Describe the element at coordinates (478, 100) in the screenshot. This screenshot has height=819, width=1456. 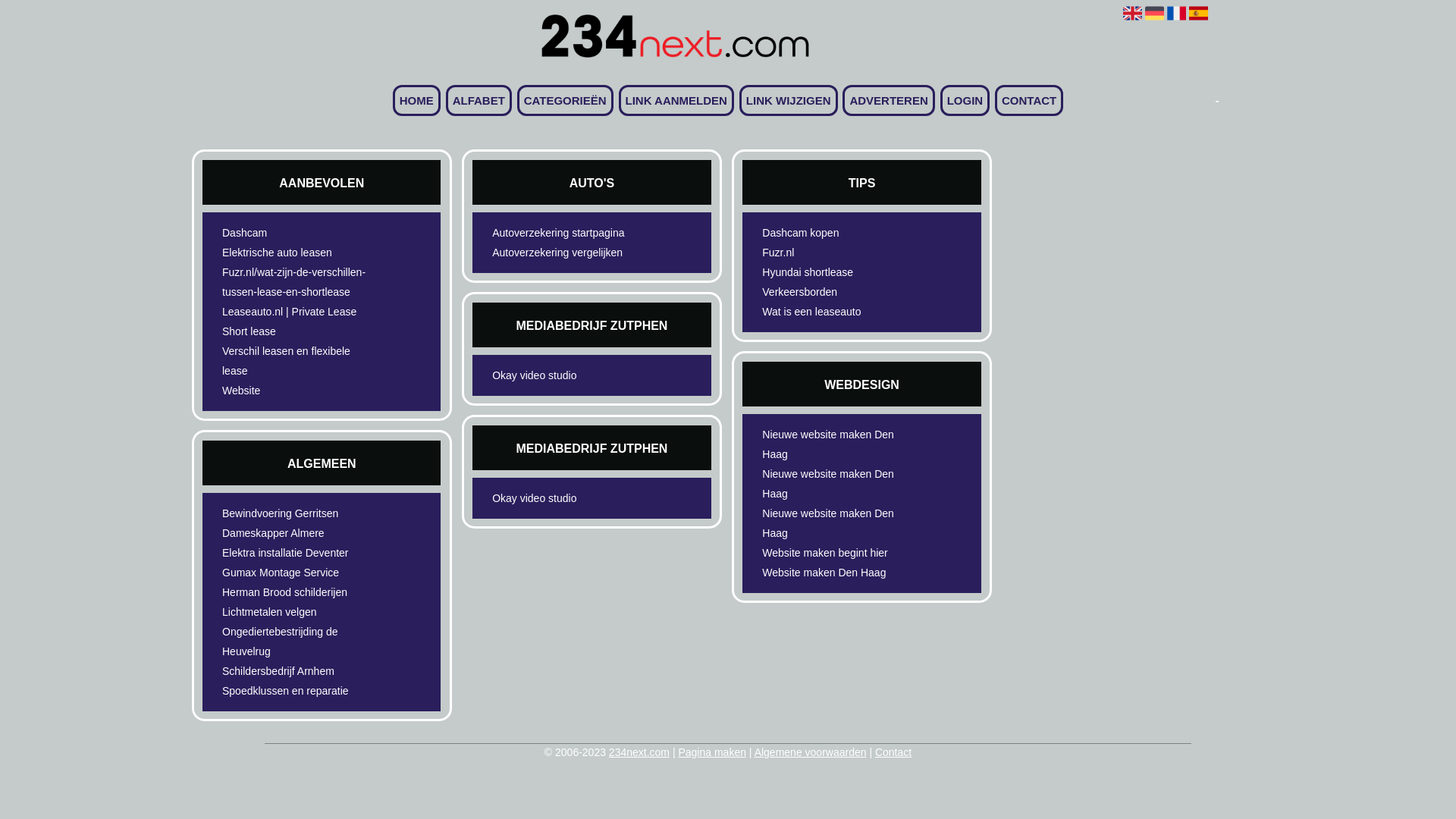
I see `'ALFABET'` at that location.